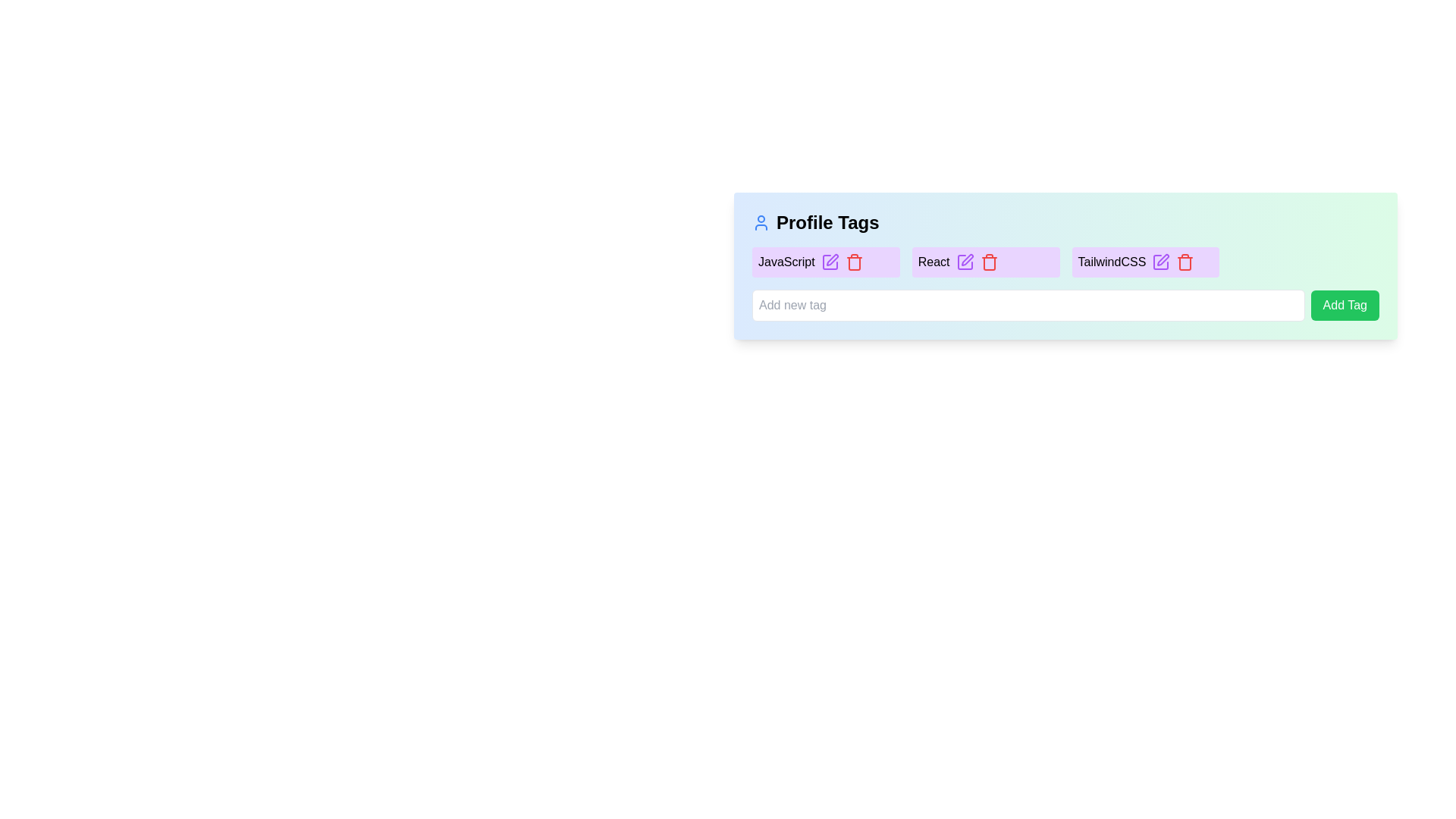 This screenshot has height=819, width=1456. What do you see at coordinates (1065, 265) in the screenshot?
I see `the user profile tags card component` at bounding box center [1065, 265].